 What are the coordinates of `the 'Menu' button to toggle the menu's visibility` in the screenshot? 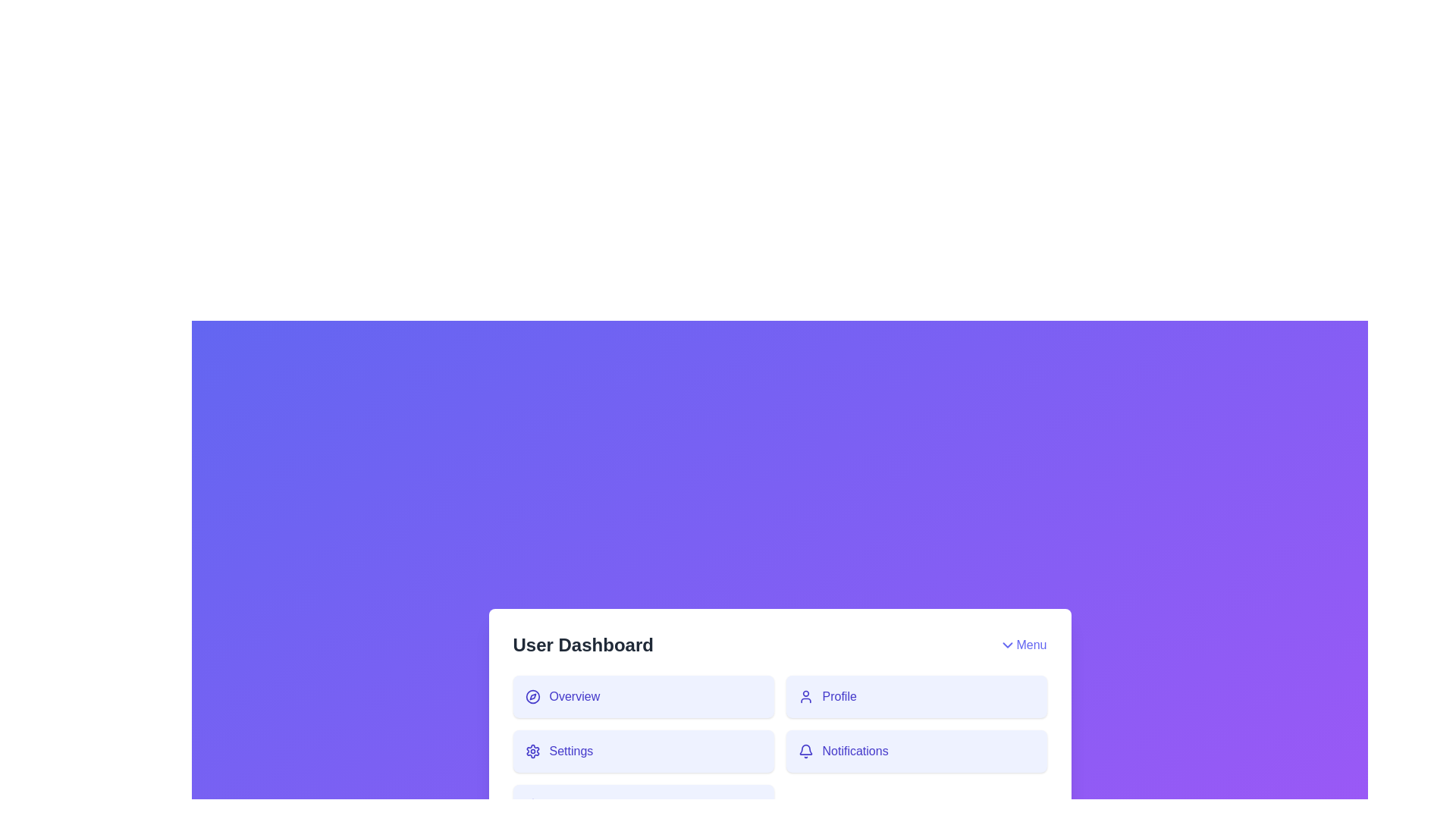 It's located at (1023, 645).